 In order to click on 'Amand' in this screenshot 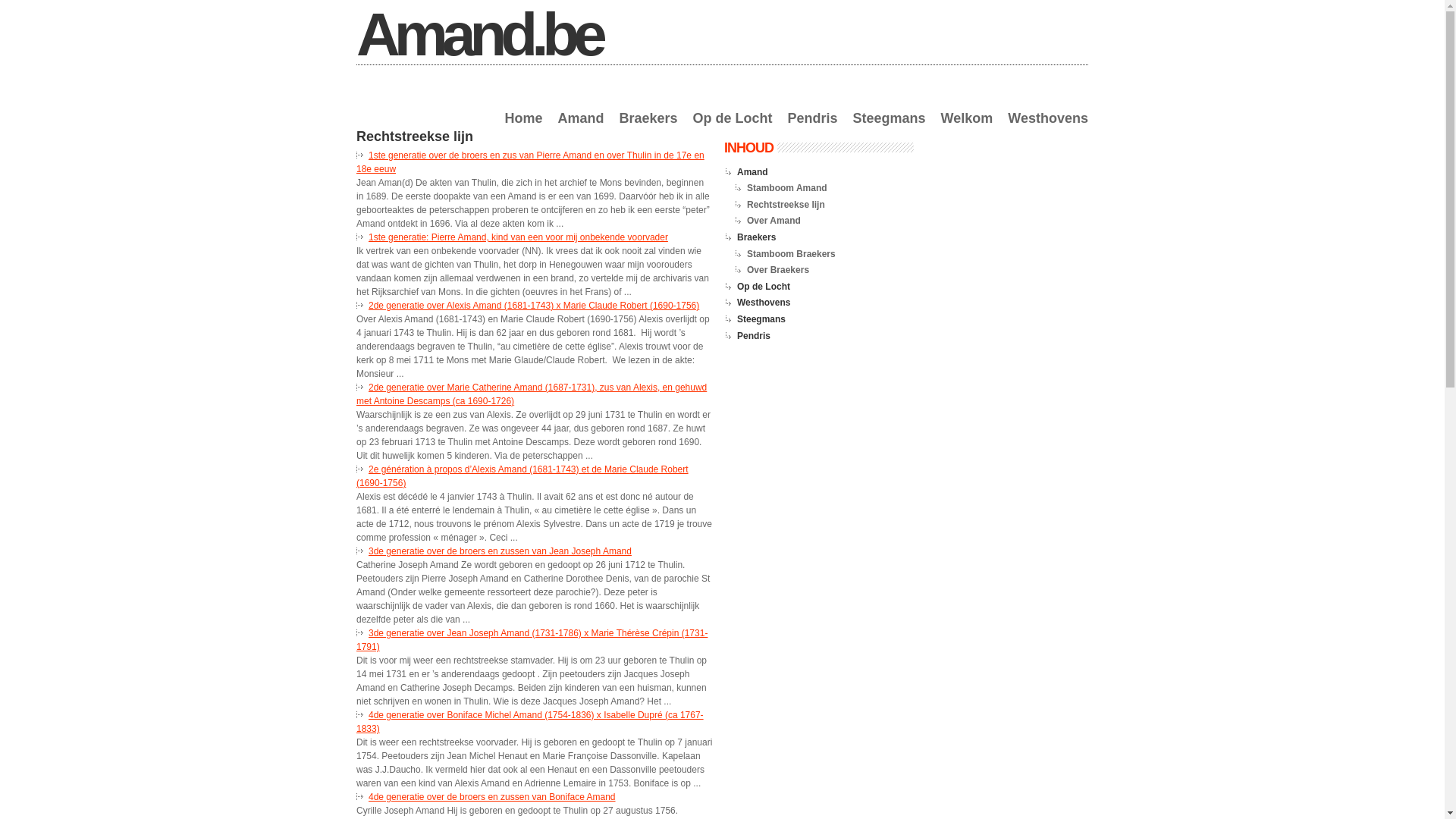, I will do `click(556, 126)`.